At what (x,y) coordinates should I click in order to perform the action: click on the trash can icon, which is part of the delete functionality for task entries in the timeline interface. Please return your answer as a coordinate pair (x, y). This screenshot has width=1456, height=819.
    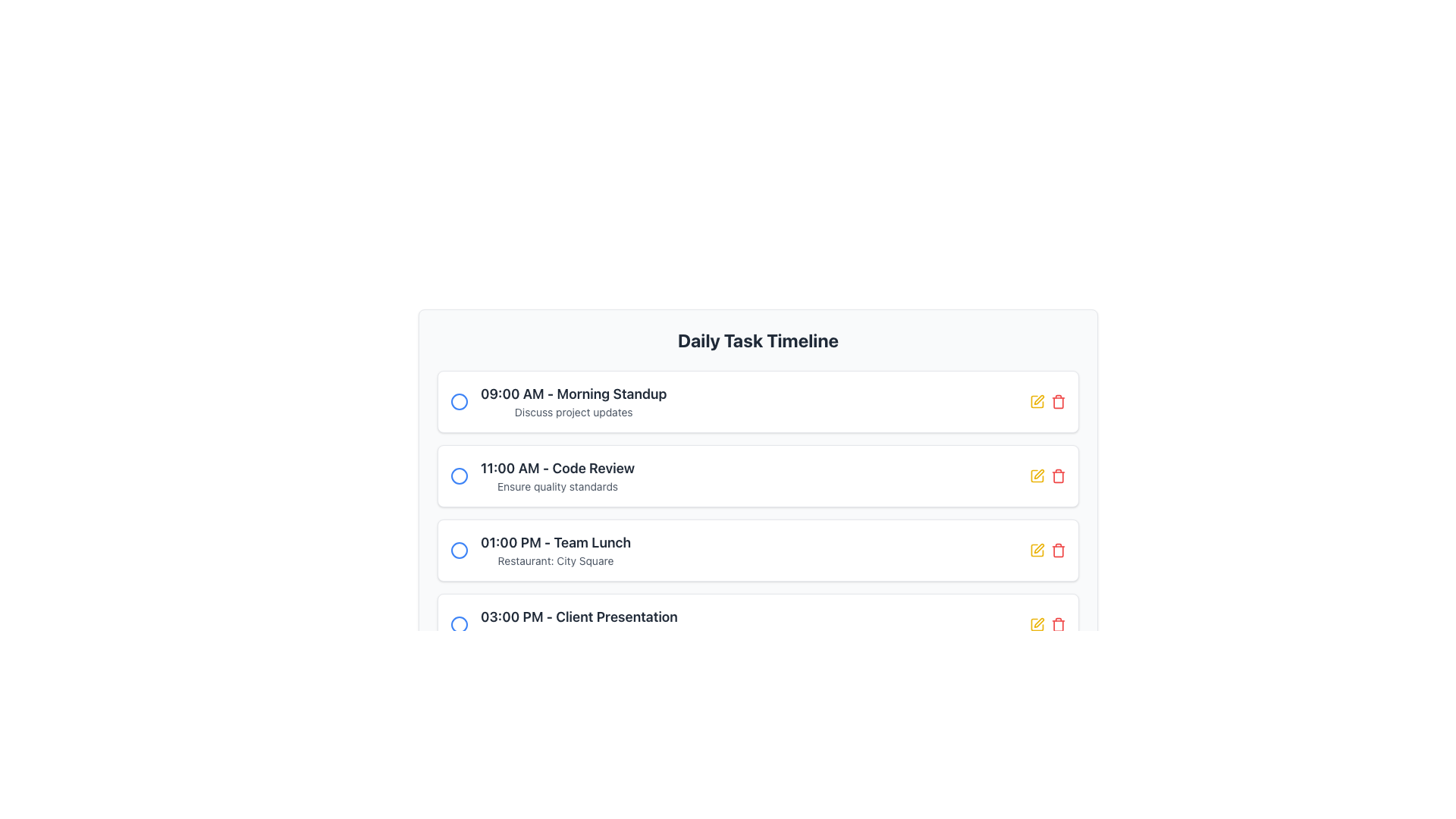
    Looking at the image, I should click on (1058, 402).